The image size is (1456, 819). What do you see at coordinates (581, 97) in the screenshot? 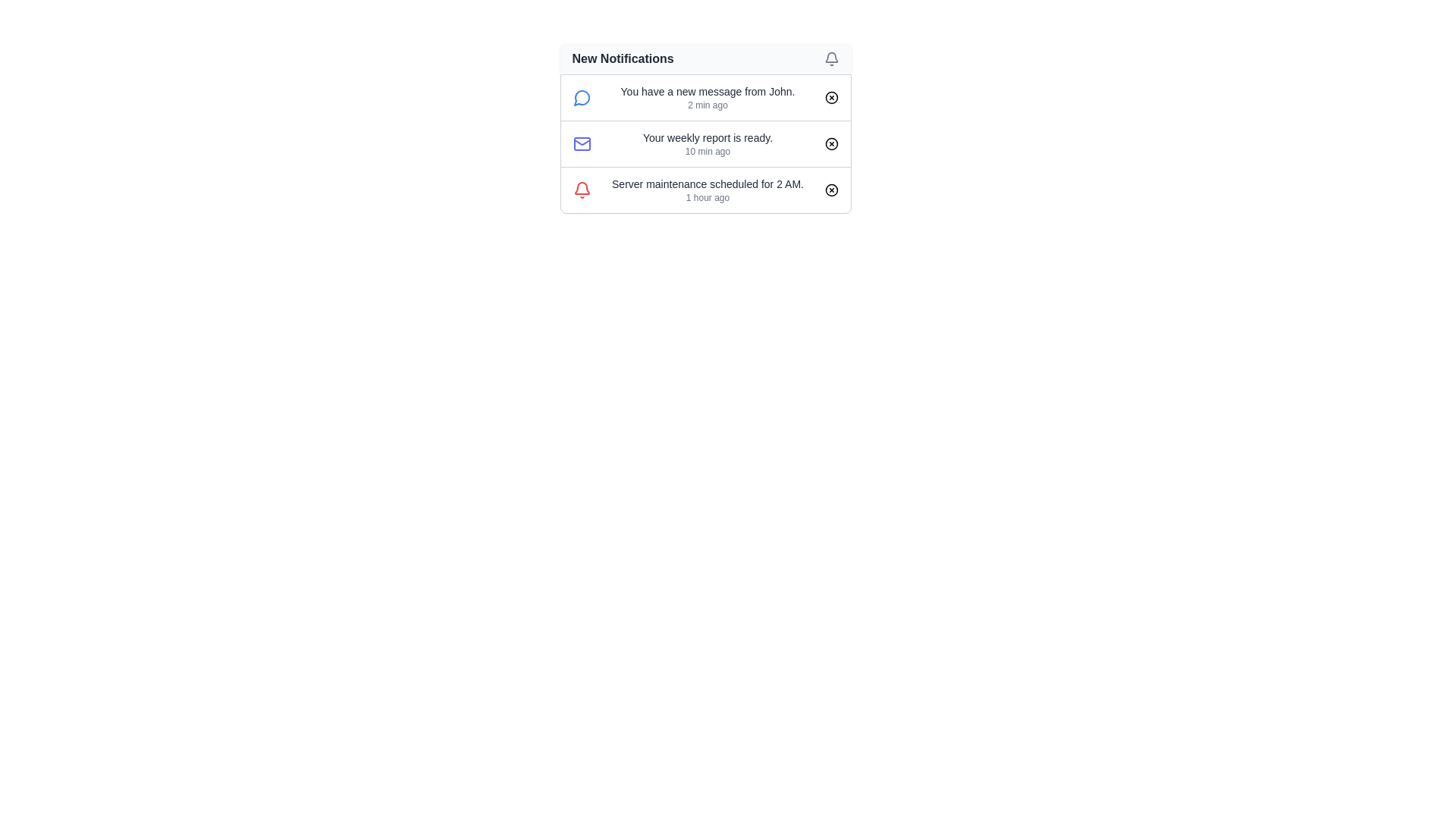
I see `the message notification icon indicating a new message from John, located at the left of the notification card` at bounding box center [581, 97].